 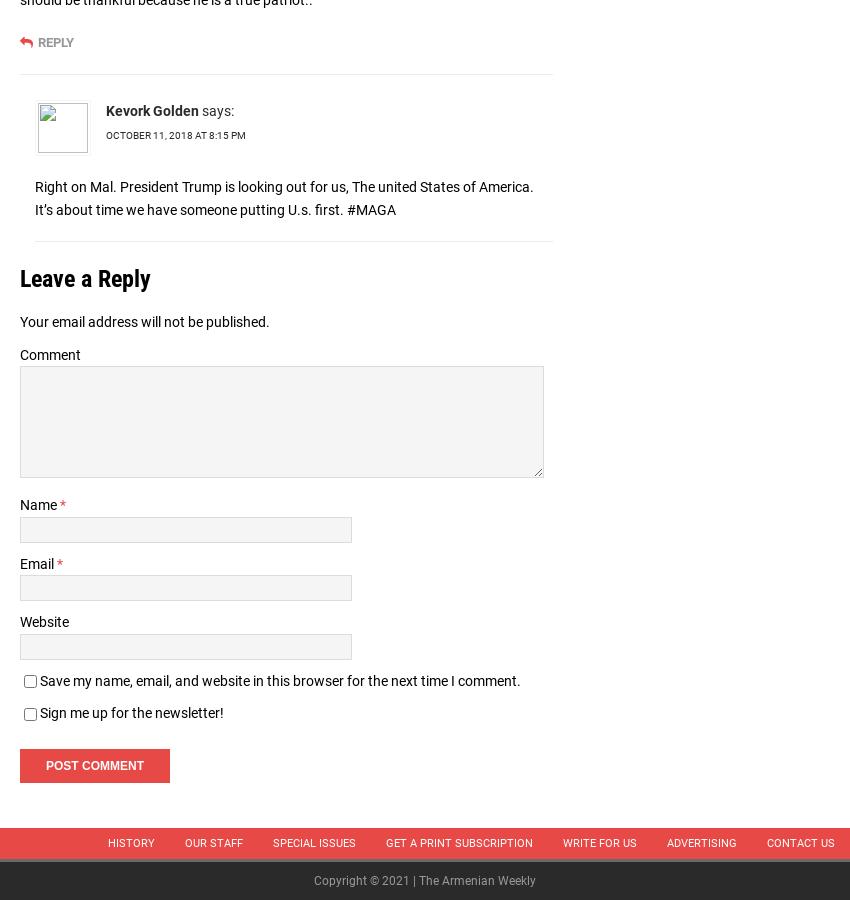 I want to click on 'Your email address will not be published.', so click(x=145, y=321).